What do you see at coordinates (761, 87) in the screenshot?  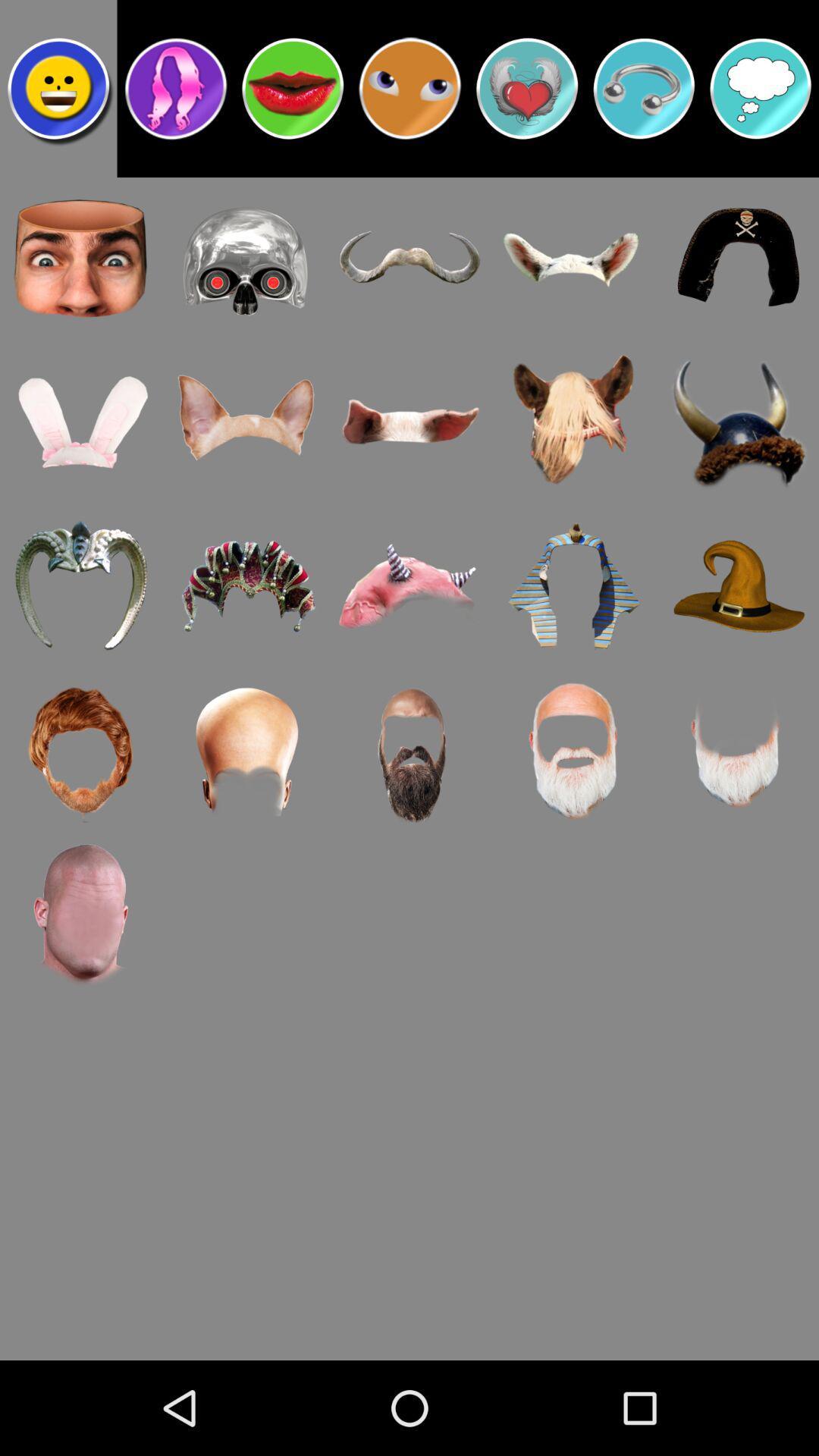 I see `category of sticker` at bounding box center [761, 87].